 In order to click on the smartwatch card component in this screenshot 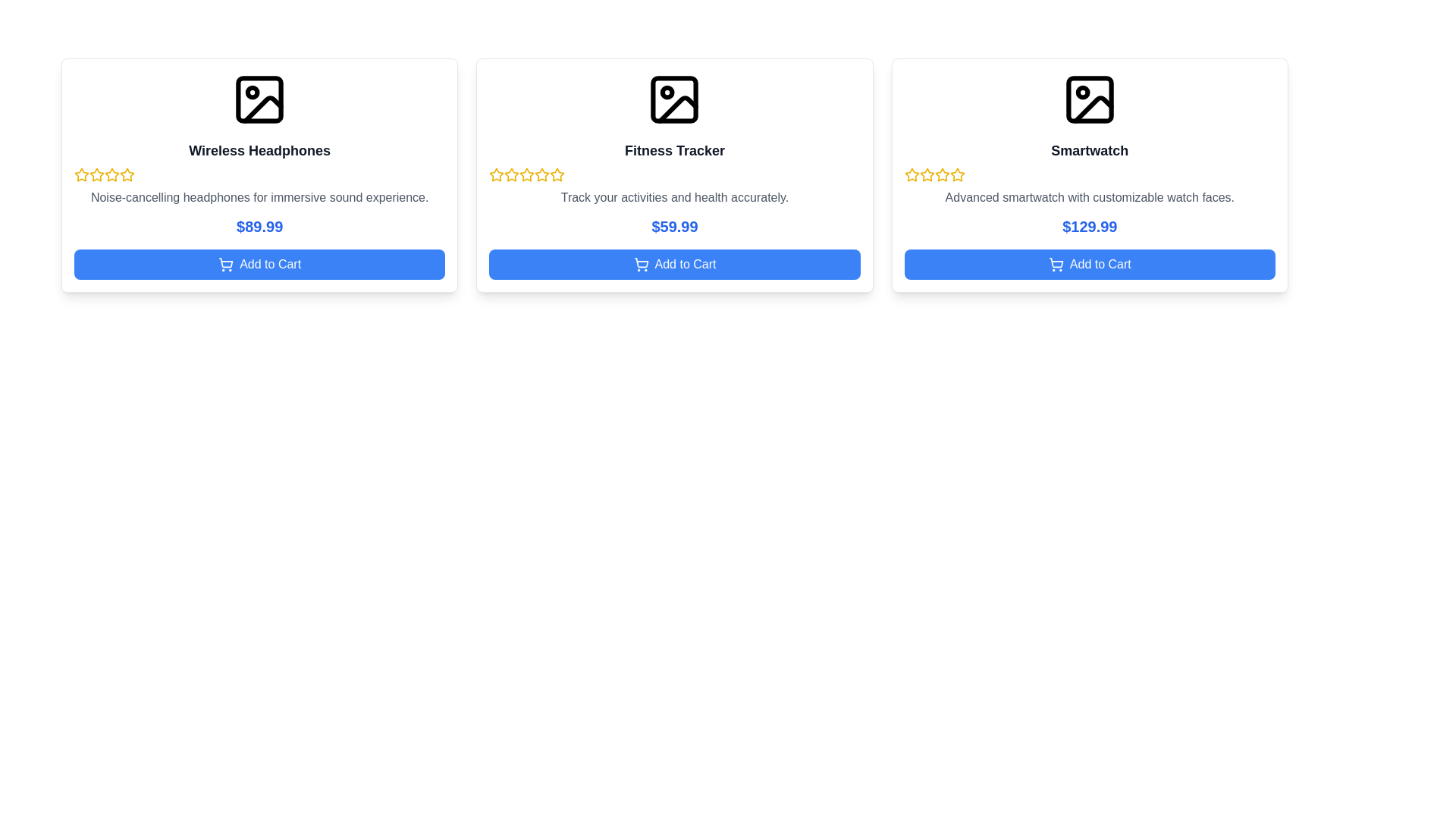, I will do `click(1089, 174)`.